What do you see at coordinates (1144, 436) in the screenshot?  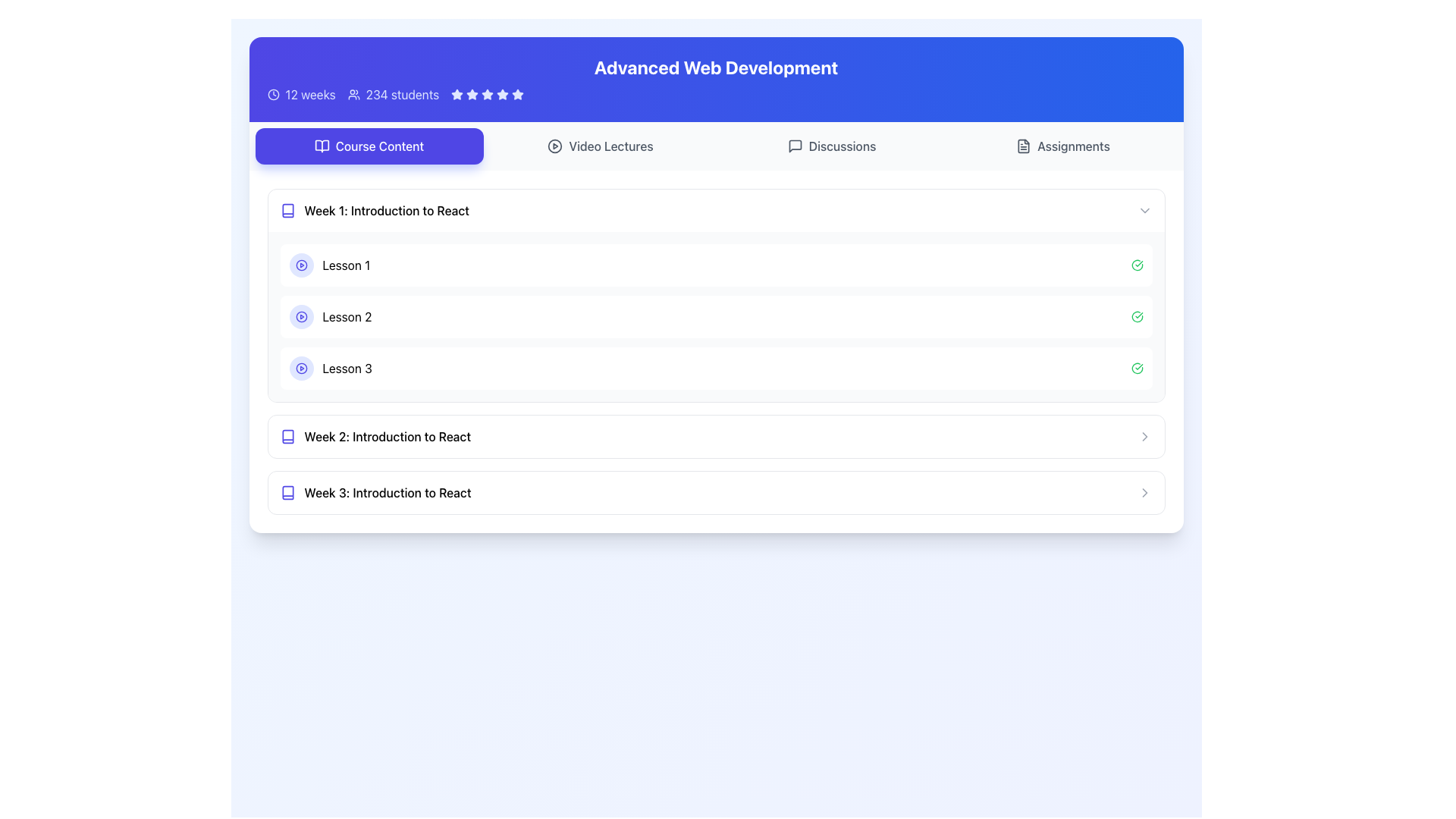 I see `the right-pointing arrow icon located to the right of the section title for 'Week 3: Introduction to React'` at bounding box center [1144, 436].